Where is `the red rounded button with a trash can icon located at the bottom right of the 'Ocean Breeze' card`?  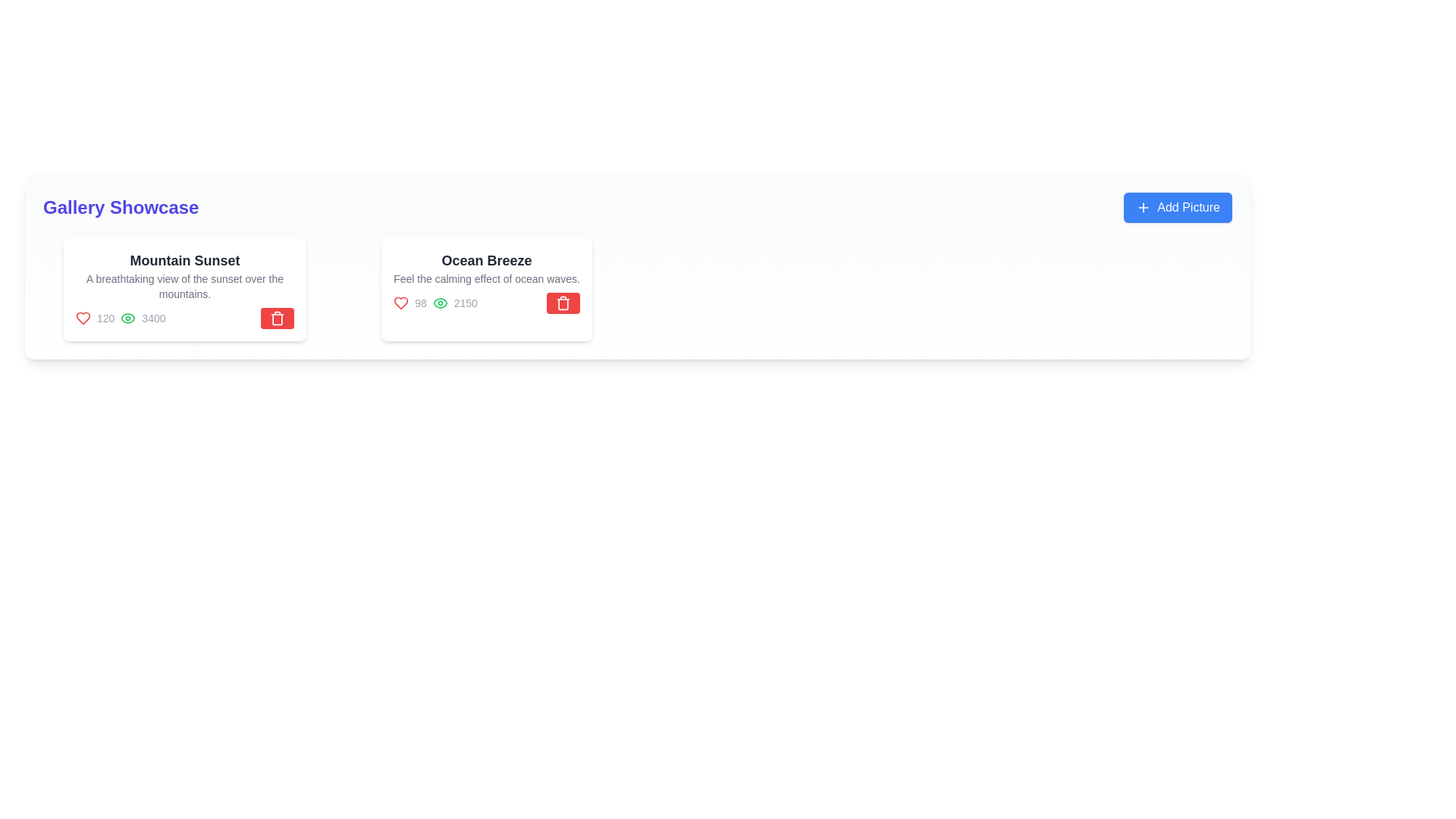
the red rounded button with a trash can icon located at the bottom right of the 'Ocean Breeze' card is located at coordinates (562, 303).